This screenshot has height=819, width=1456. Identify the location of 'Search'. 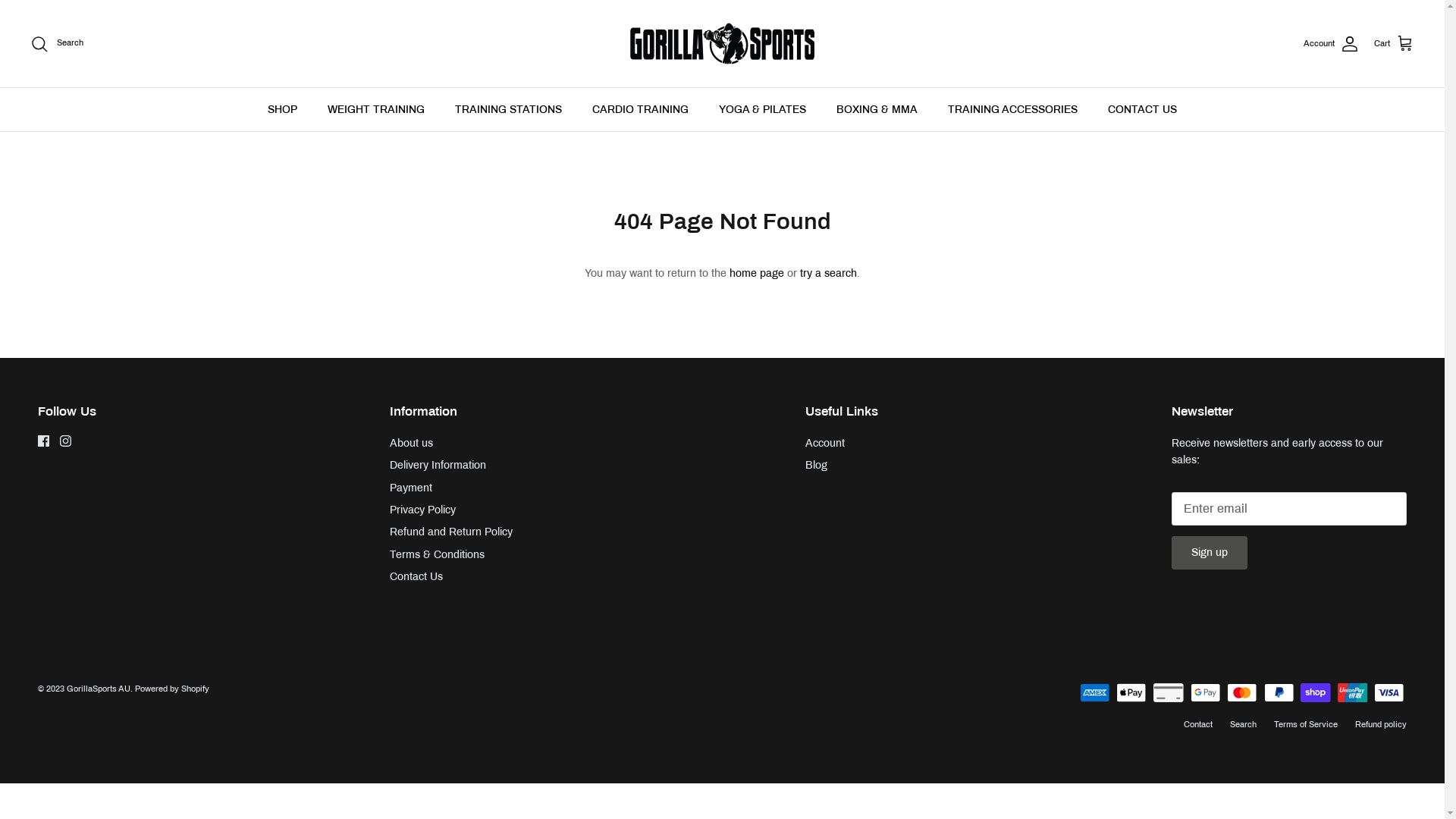
(30, 42).